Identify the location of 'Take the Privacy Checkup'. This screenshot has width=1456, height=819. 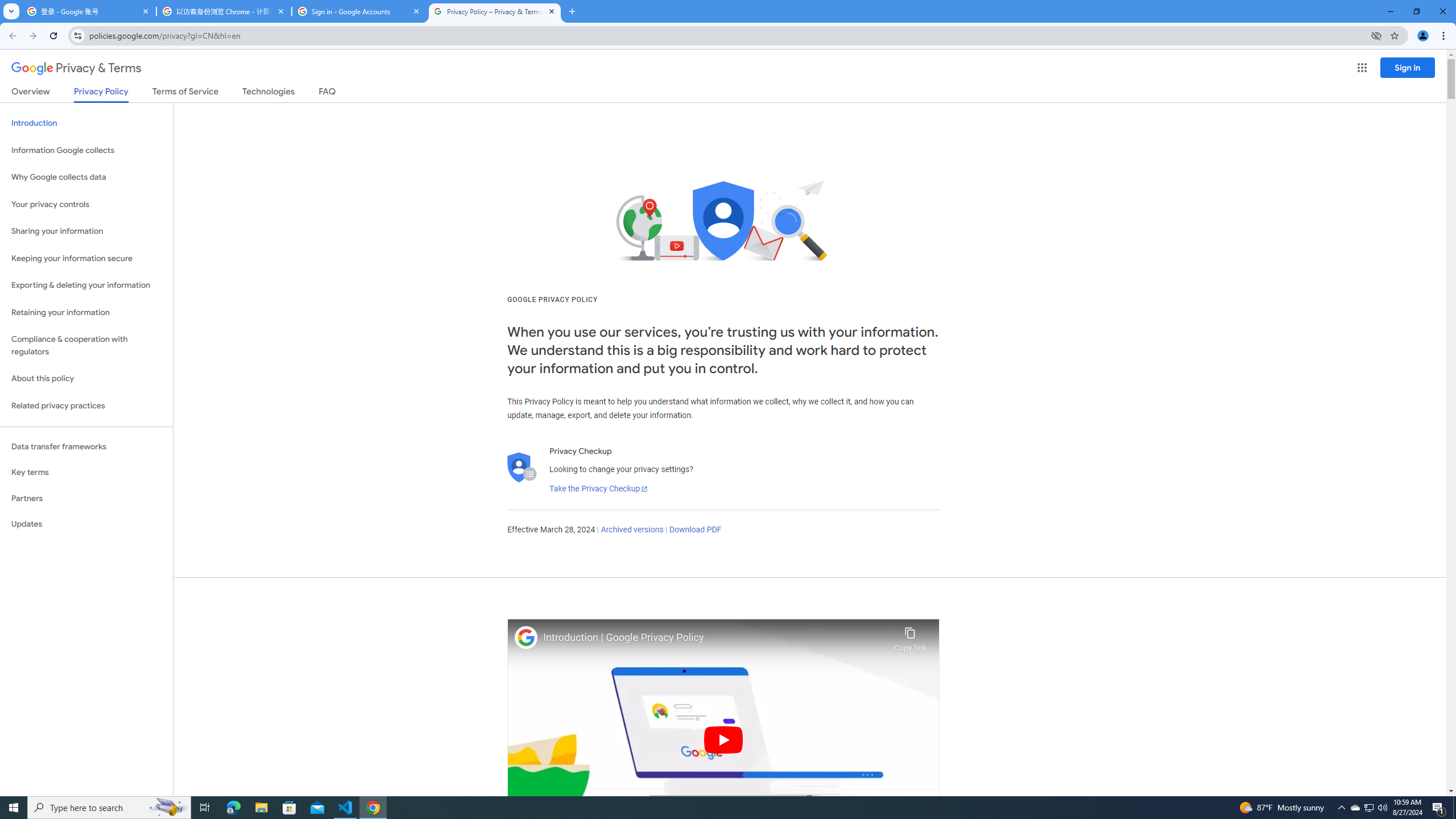
(598, 488).